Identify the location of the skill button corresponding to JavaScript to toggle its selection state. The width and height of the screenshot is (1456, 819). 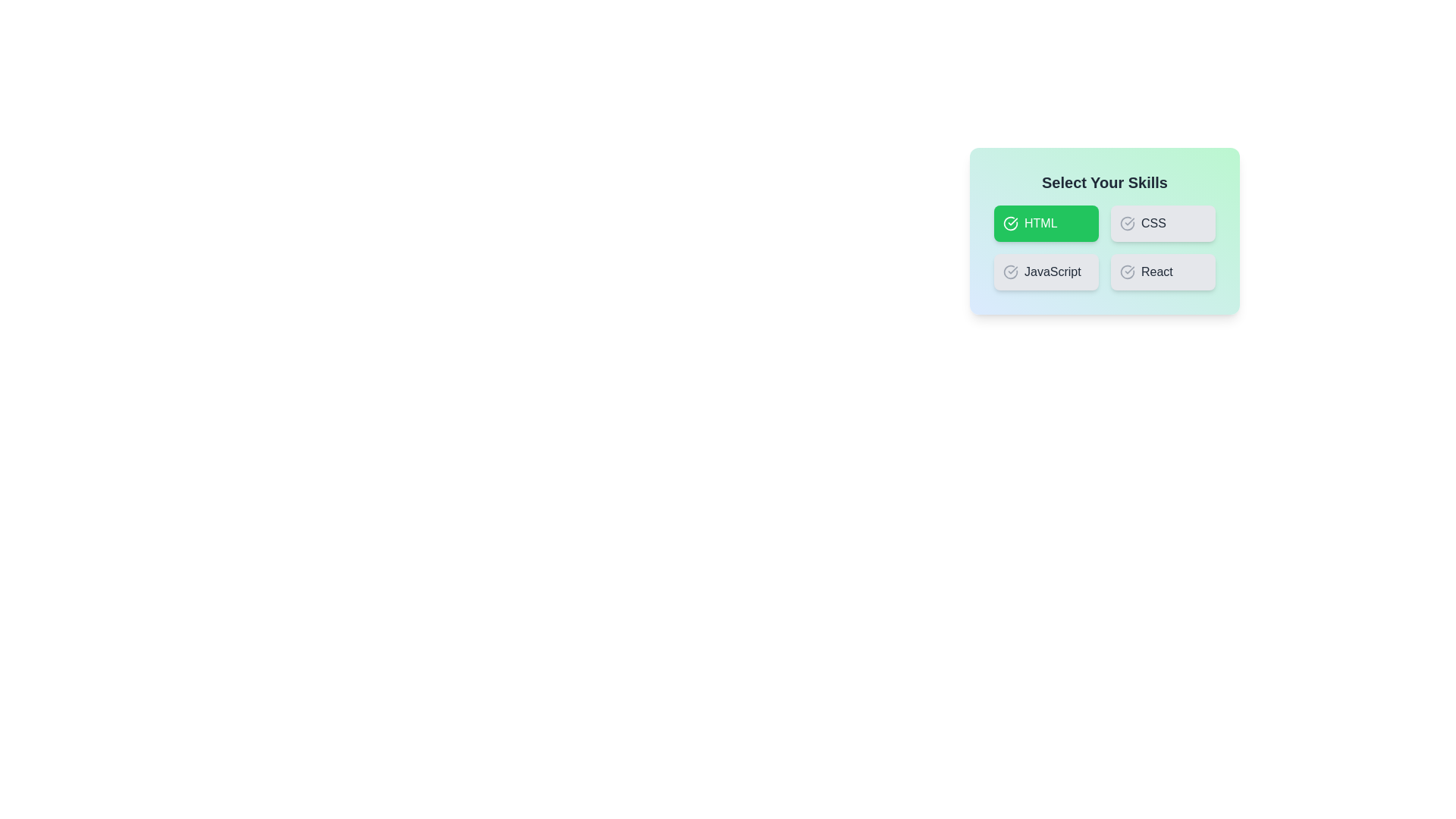
(1046, 271).